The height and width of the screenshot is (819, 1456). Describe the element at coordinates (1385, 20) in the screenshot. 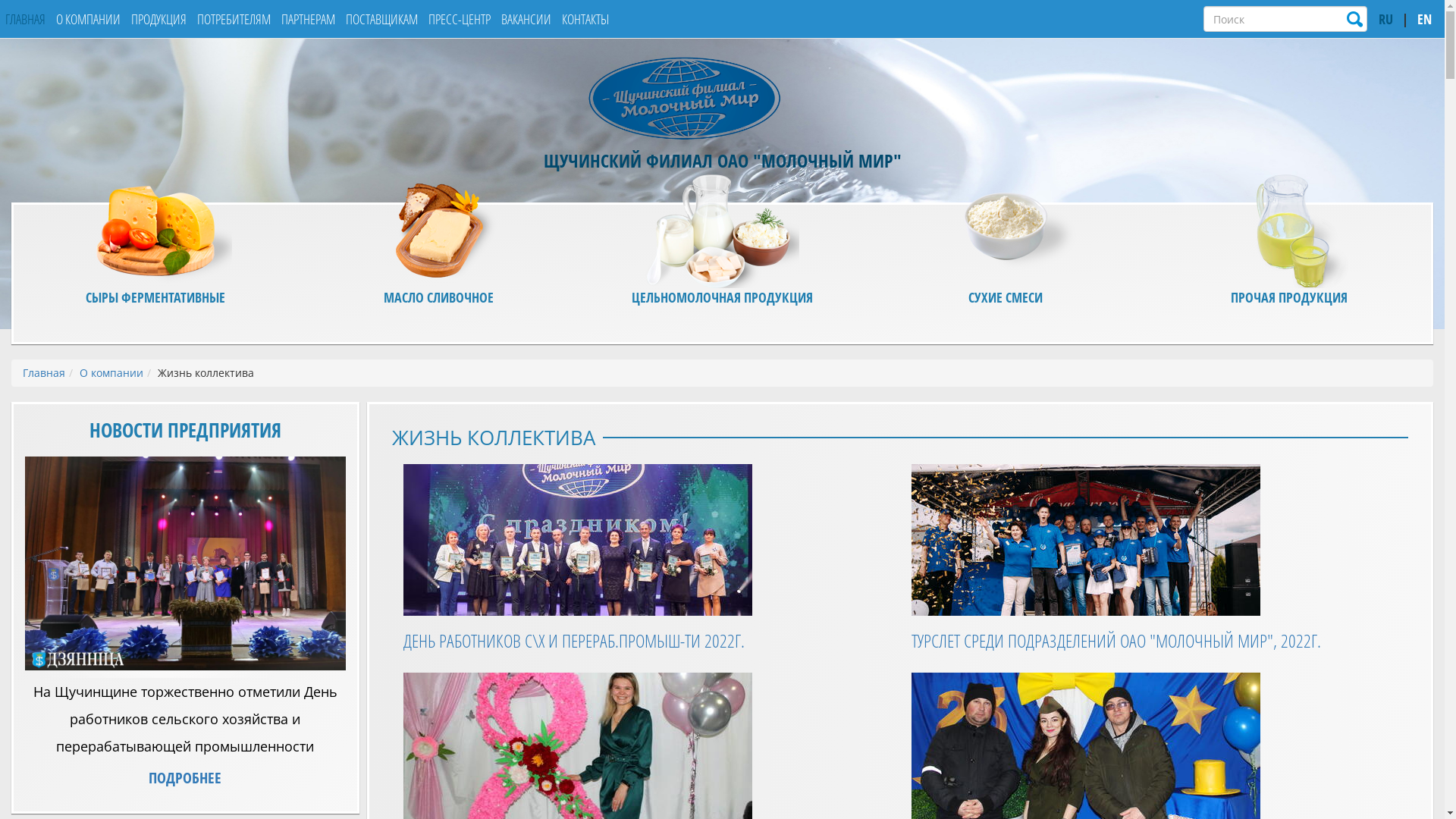

I see `'RU'` at that location.